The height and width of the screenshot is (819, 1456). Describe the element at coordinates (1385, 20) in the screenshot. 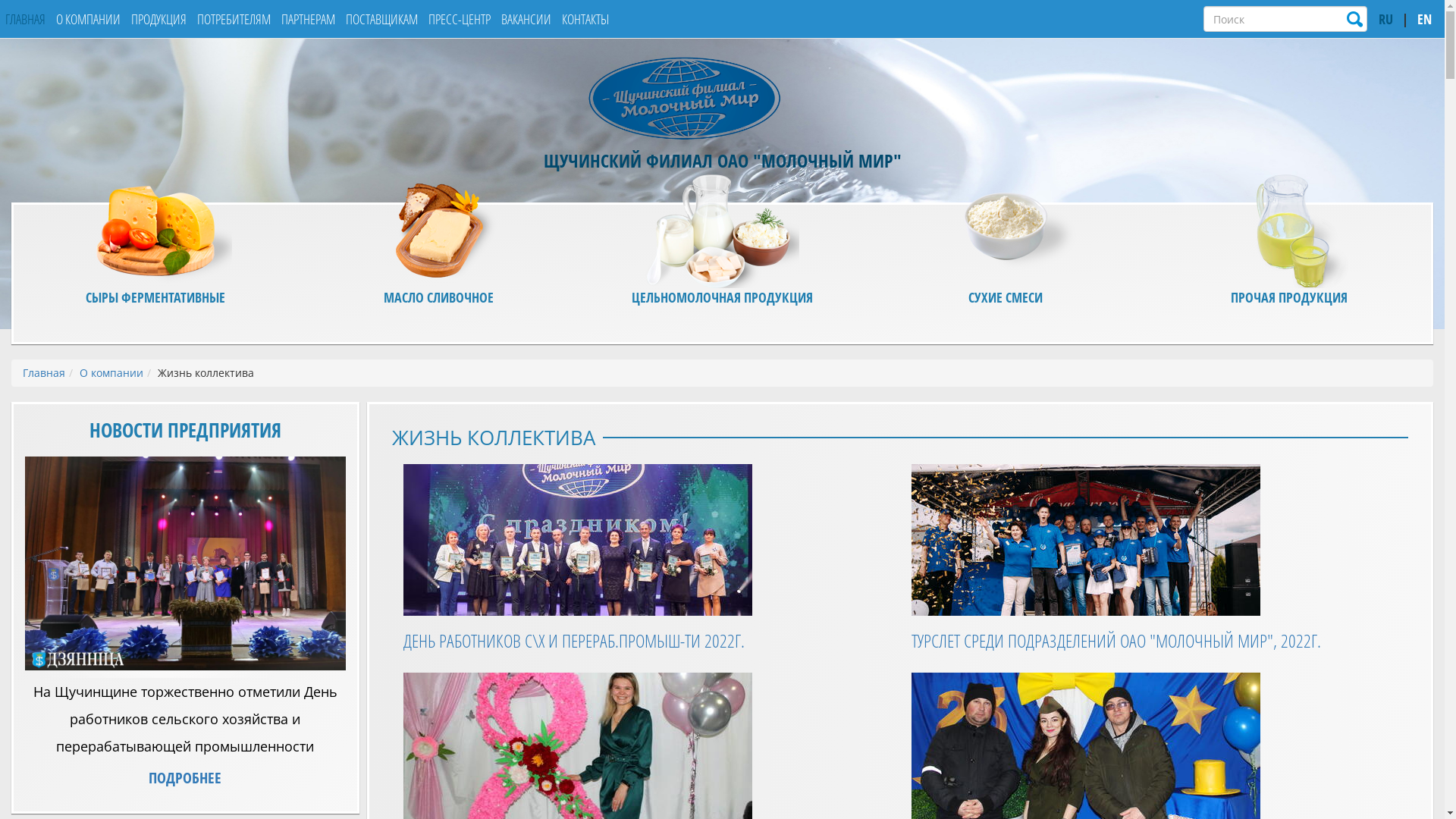

I see `'RU'` at that location.